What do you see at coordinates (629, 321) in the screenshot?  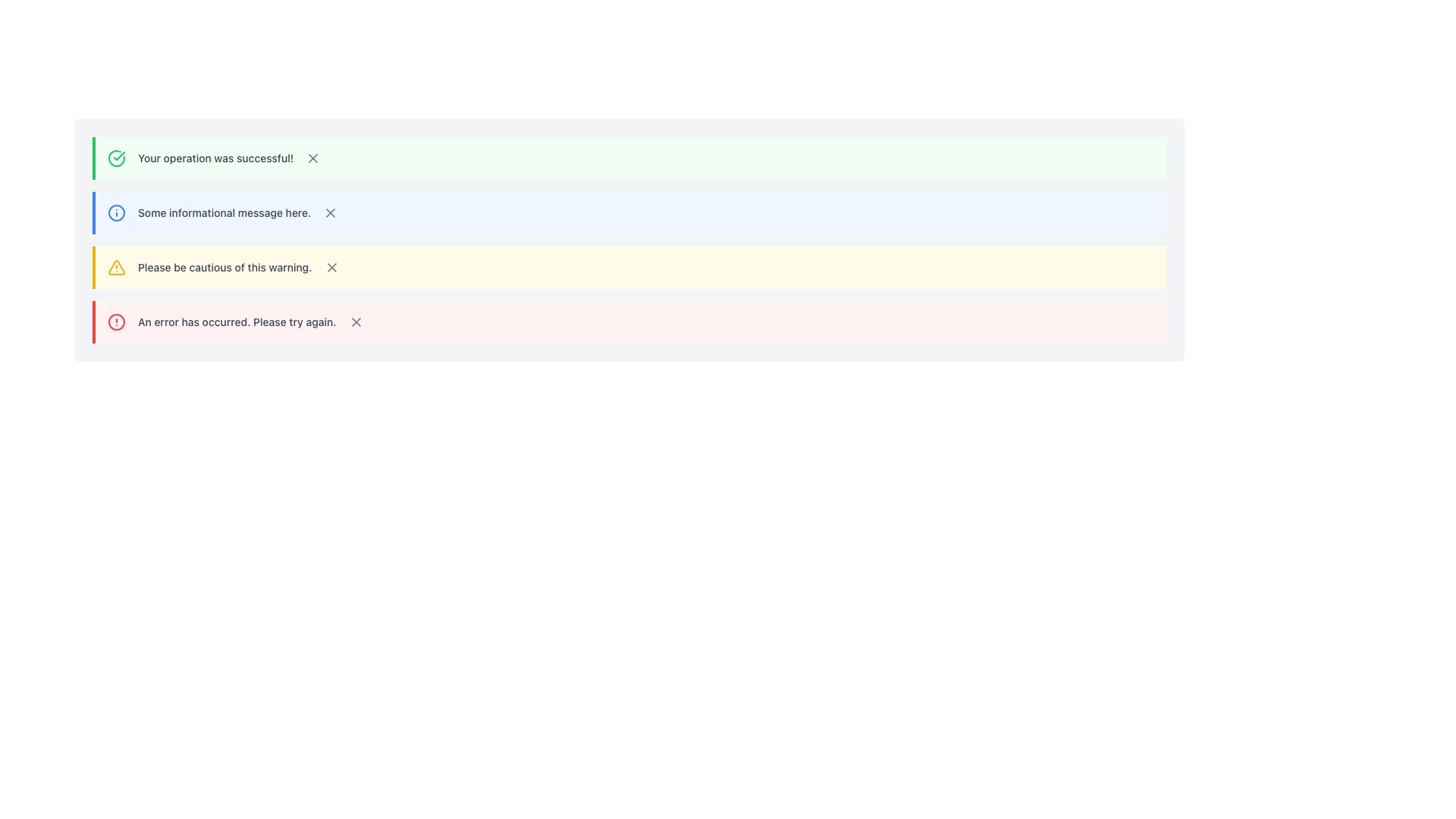 I see `notification message displayed in the fourth notification block, which has a red border and contains the text 'An error has occurred. Please try again.'` at bounding box center [629, 321].